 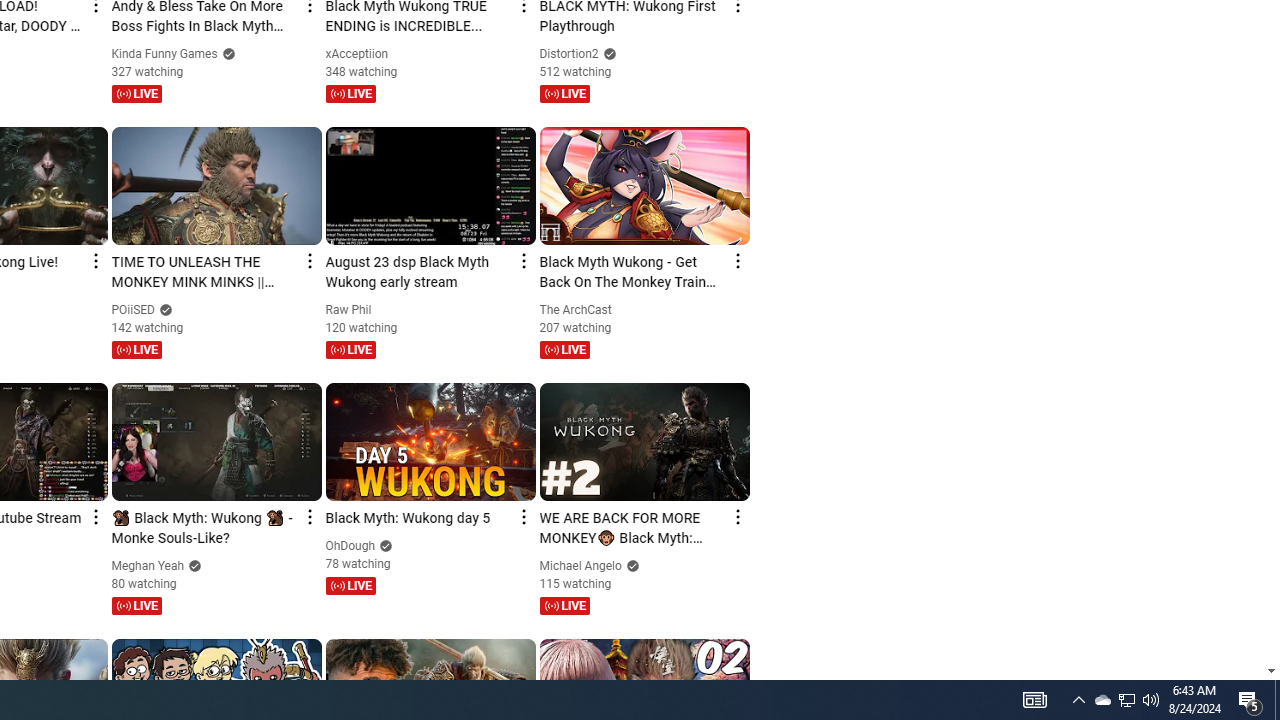 What do you see at coordinates (351, 546) in the screenshot?
I see `'OhDough'` at bounding box center [351, 546].